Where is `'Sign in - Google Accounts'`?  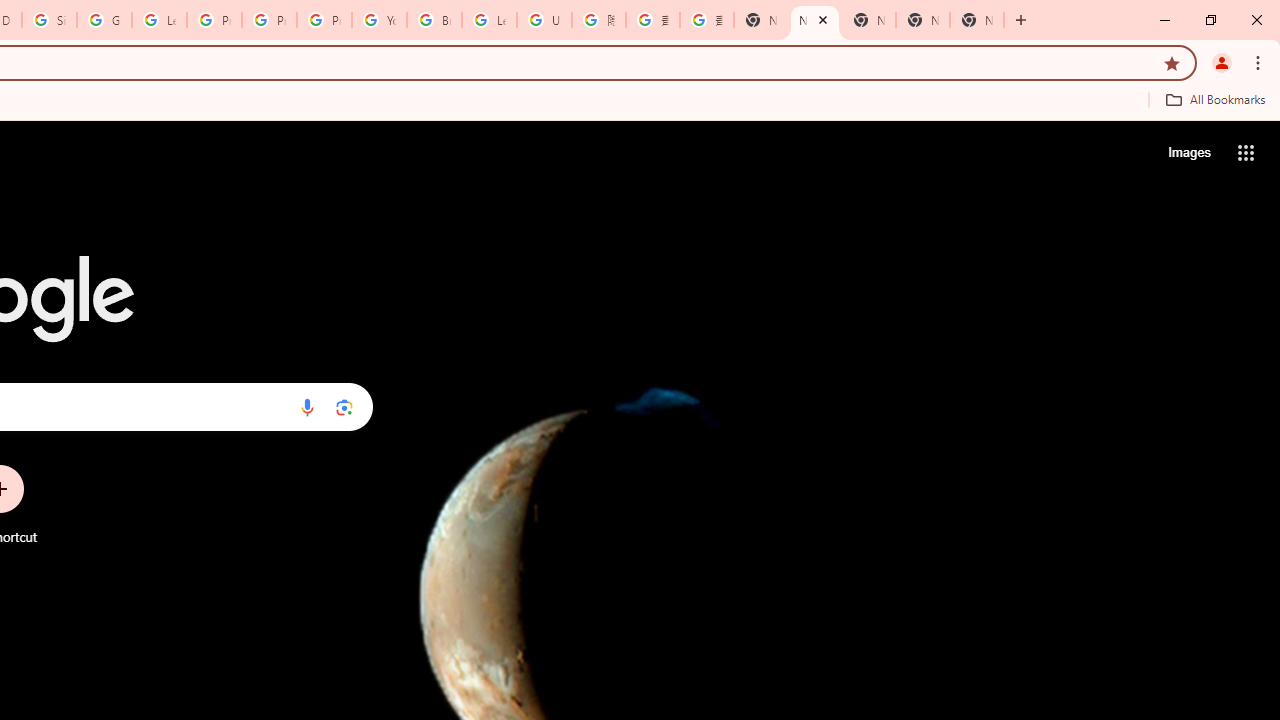 'Sign in - Google Accounts' is located at coordinates (49, 20).